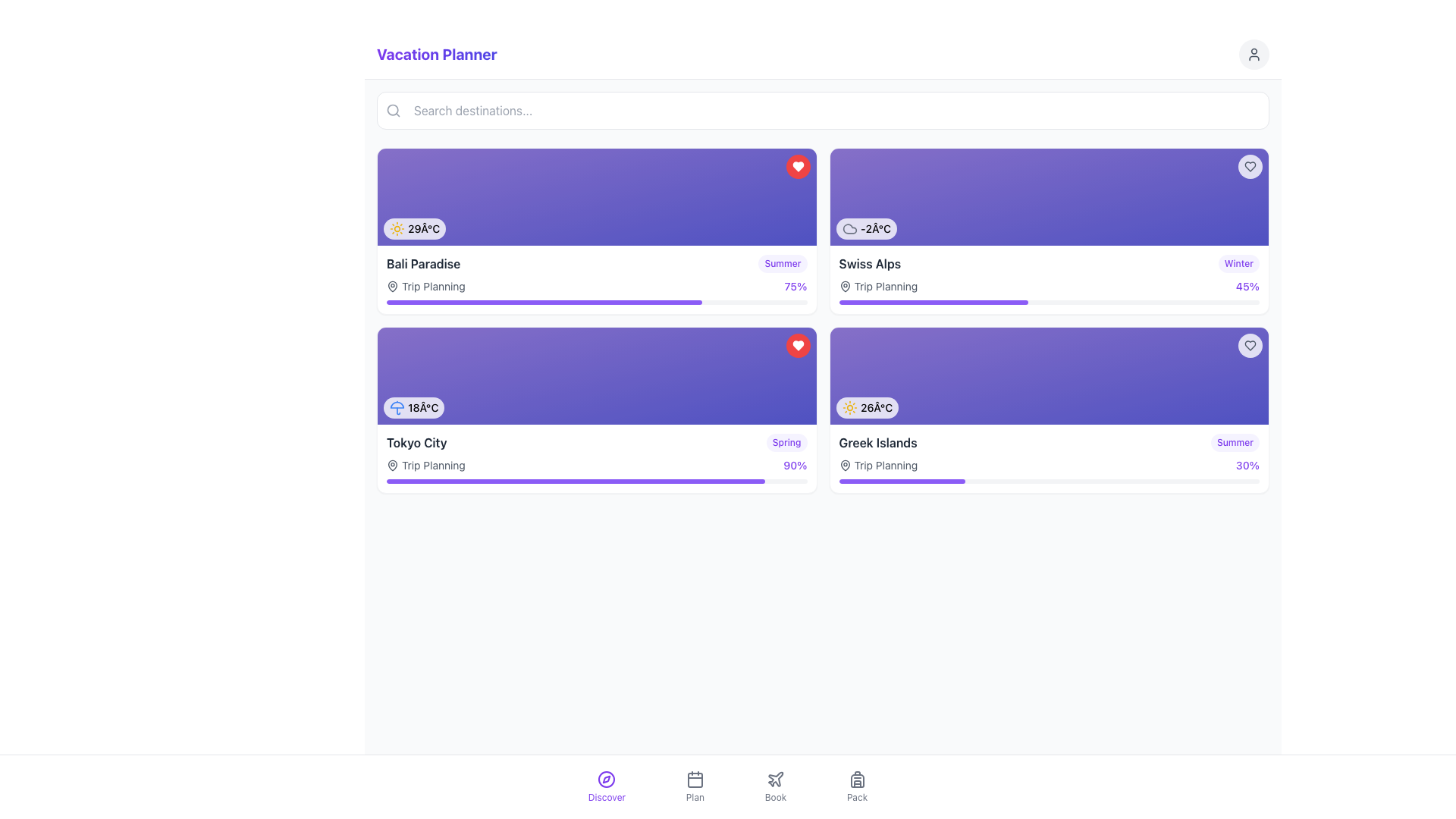 The width and height of the screenshot is (1456, 819). What do you see at coordinates (393, 287) in the screenshot?
I see `the gray map pin icon, which is a teardrop shape with a circular center, located within the 'Trip Planning' label, directly preceding the text` at bounding box center [393, 287].